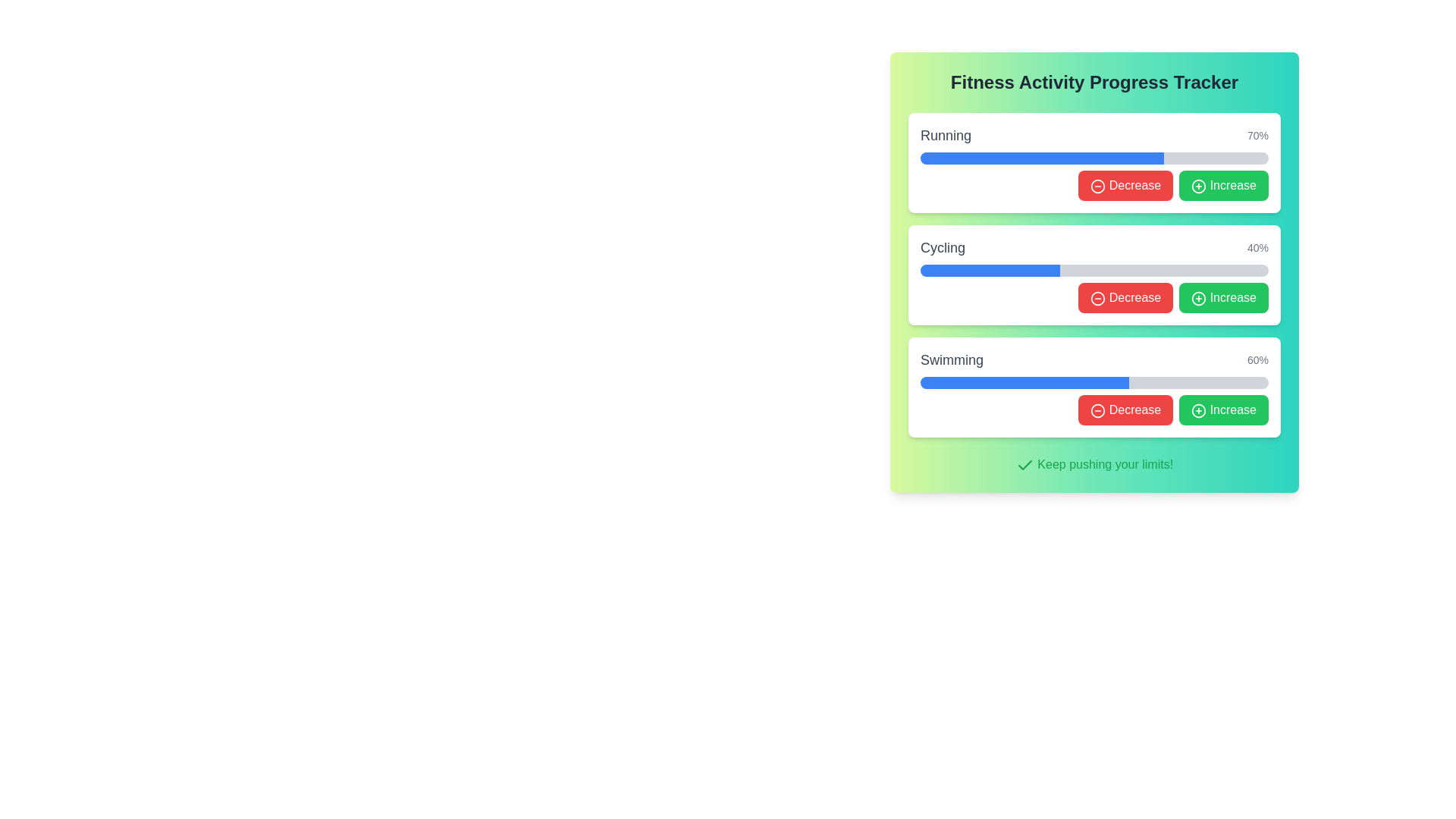 The height and width of the screenshot is (819, 1456). What do you see at coordinates (1094, 382) in the screenshot?
I see `the progress bar representing 60% completion in the Swimming activity tracker, located in the third section of the Fitness Activity Progress Tracker interface` at bounding box center [1094, 382].